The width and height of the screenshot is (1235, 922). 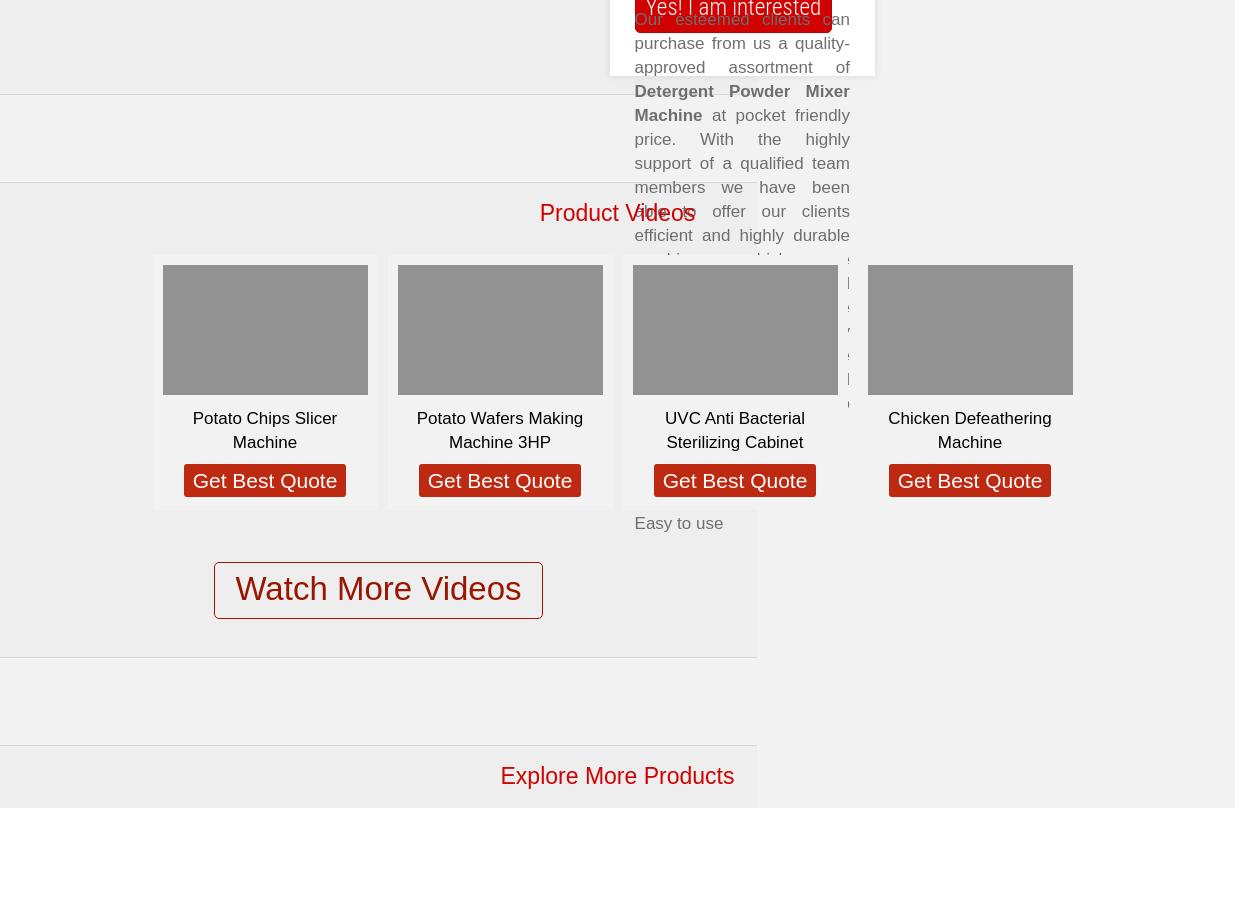 What do you see at coordinates (672, 450) in the screenshot?
I see `'Features:'` at bounding box center [672, 450].